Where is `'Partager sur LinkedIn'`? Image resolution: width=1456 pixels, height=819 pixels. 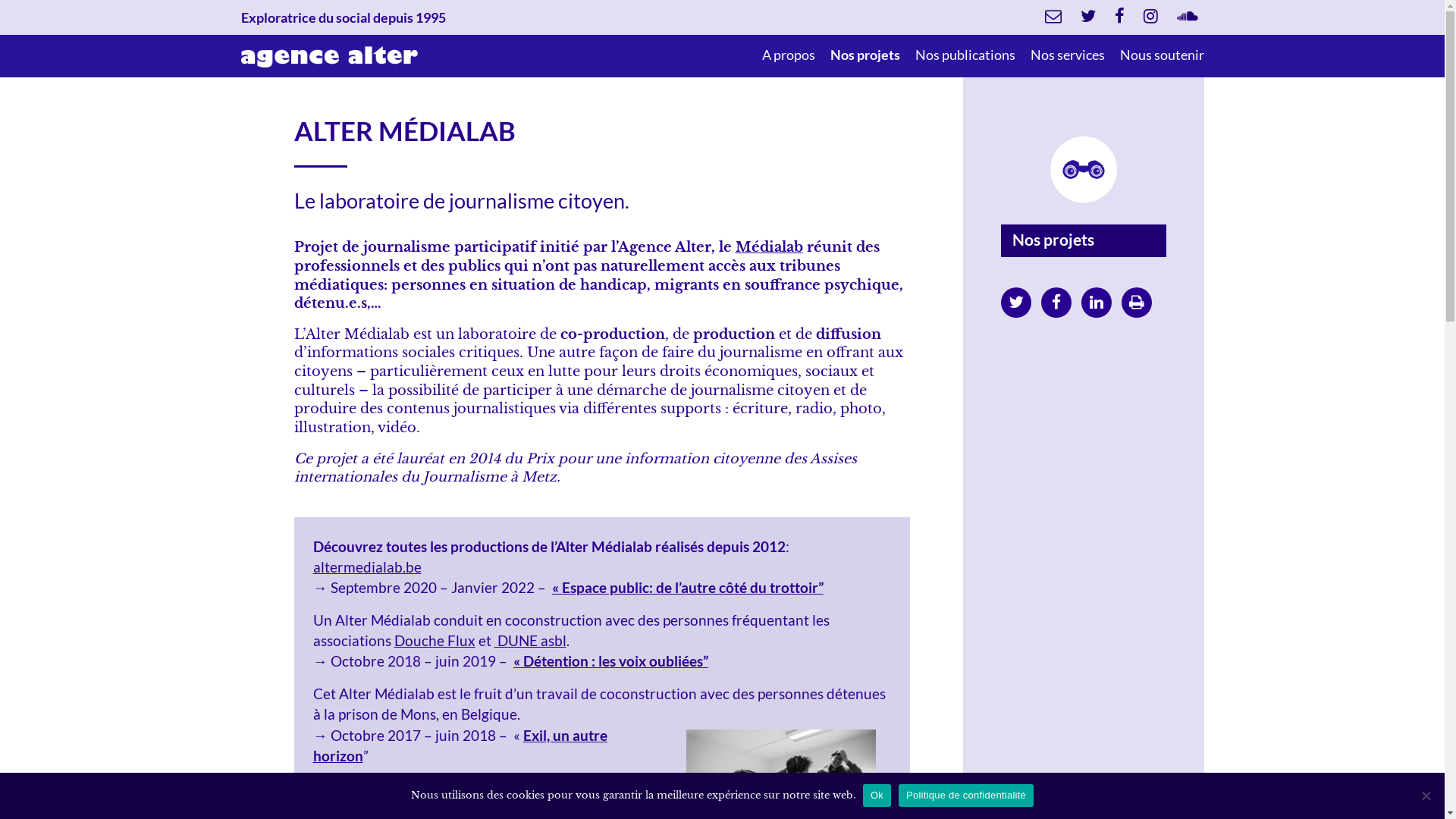
'Partager sur LinkedIn' is located at coordinates (1096, 301).